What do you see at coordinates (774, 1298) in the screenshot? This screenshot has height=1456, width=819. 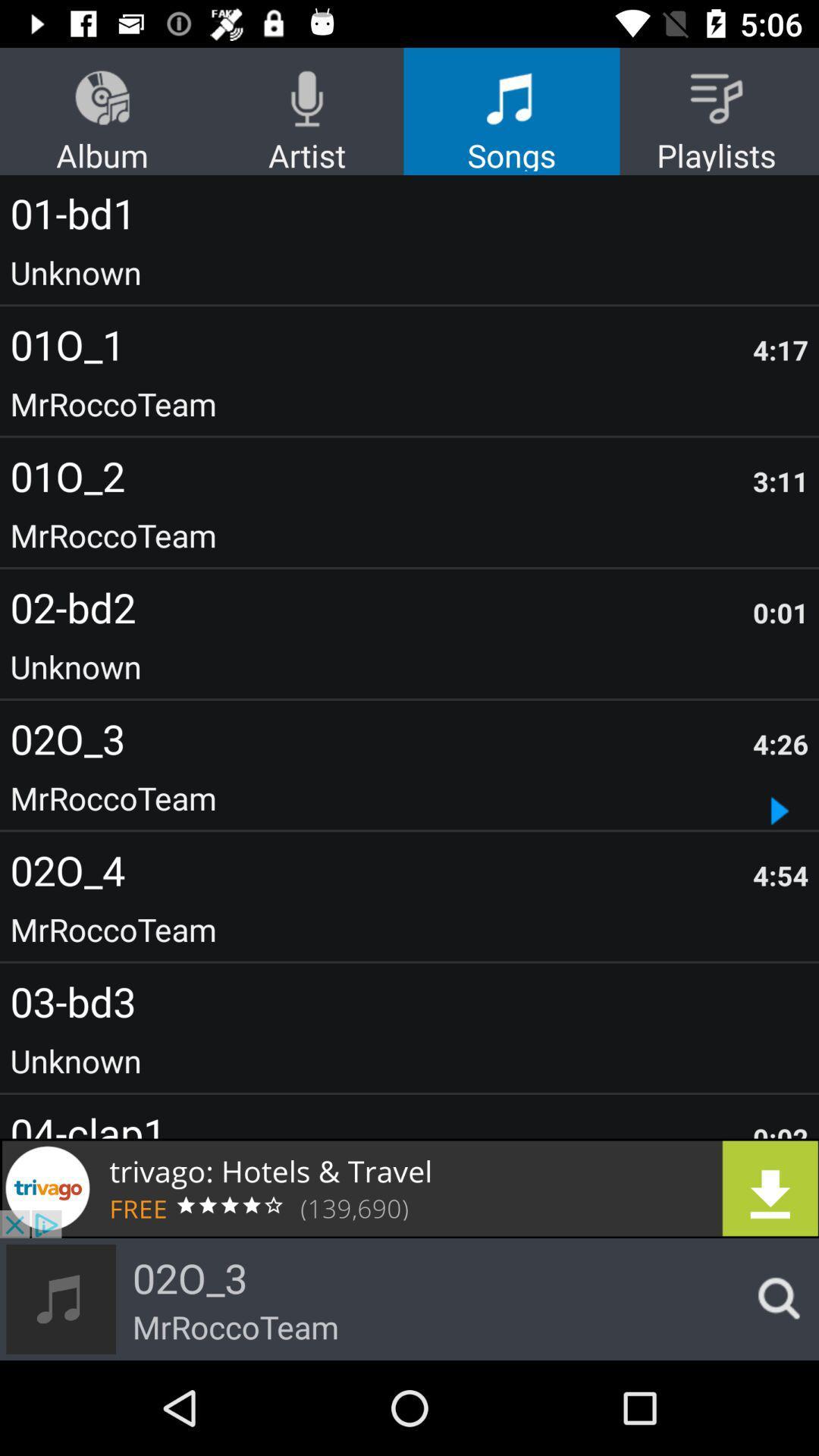 I see `the search icon` at bounding box center [774, 1298].